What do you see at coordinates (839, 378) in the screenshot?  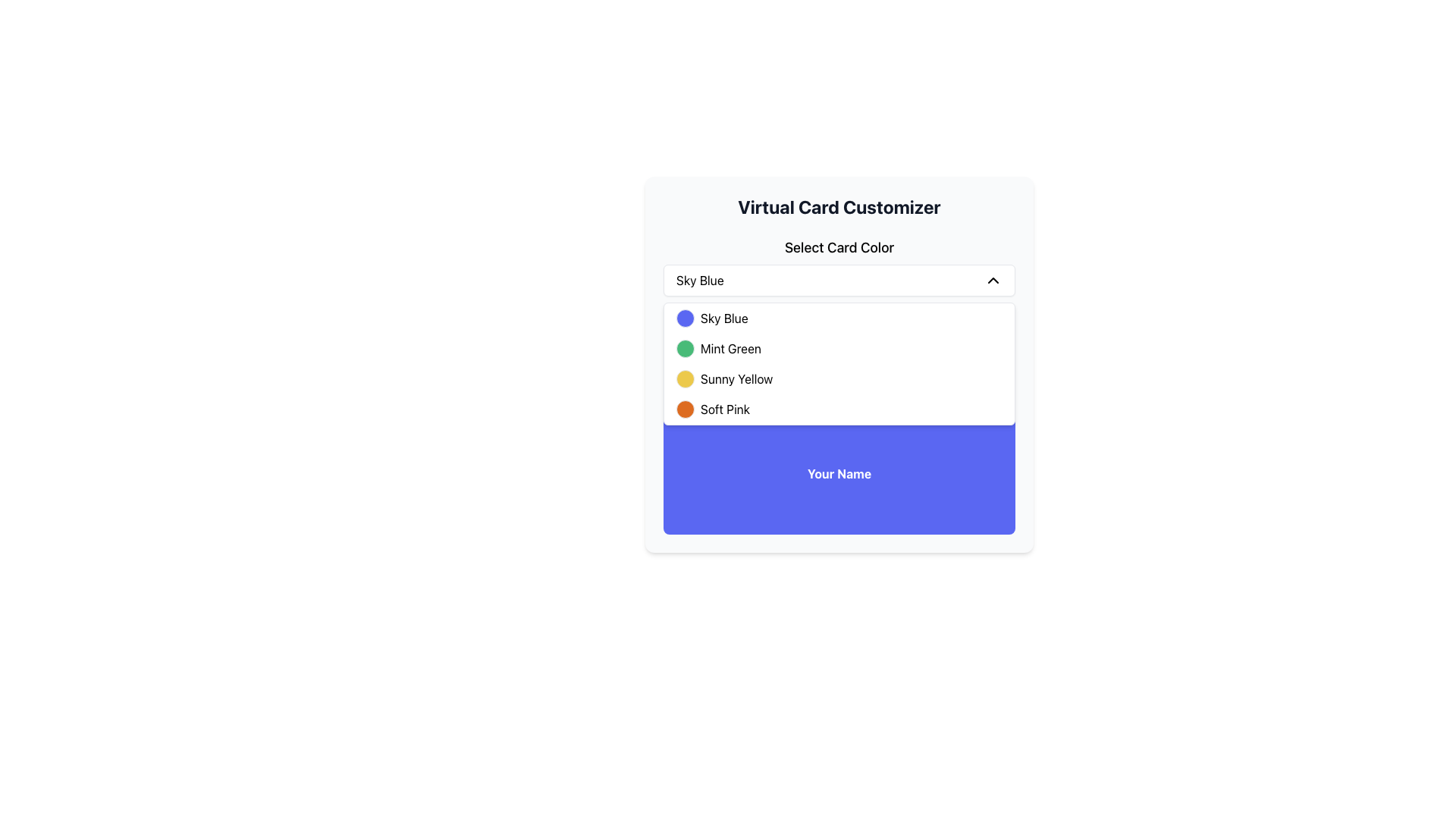 I see `the third option in the color selection dropdown menu labeled 'Sunny Yellow'` at bounding box center [839, 378].